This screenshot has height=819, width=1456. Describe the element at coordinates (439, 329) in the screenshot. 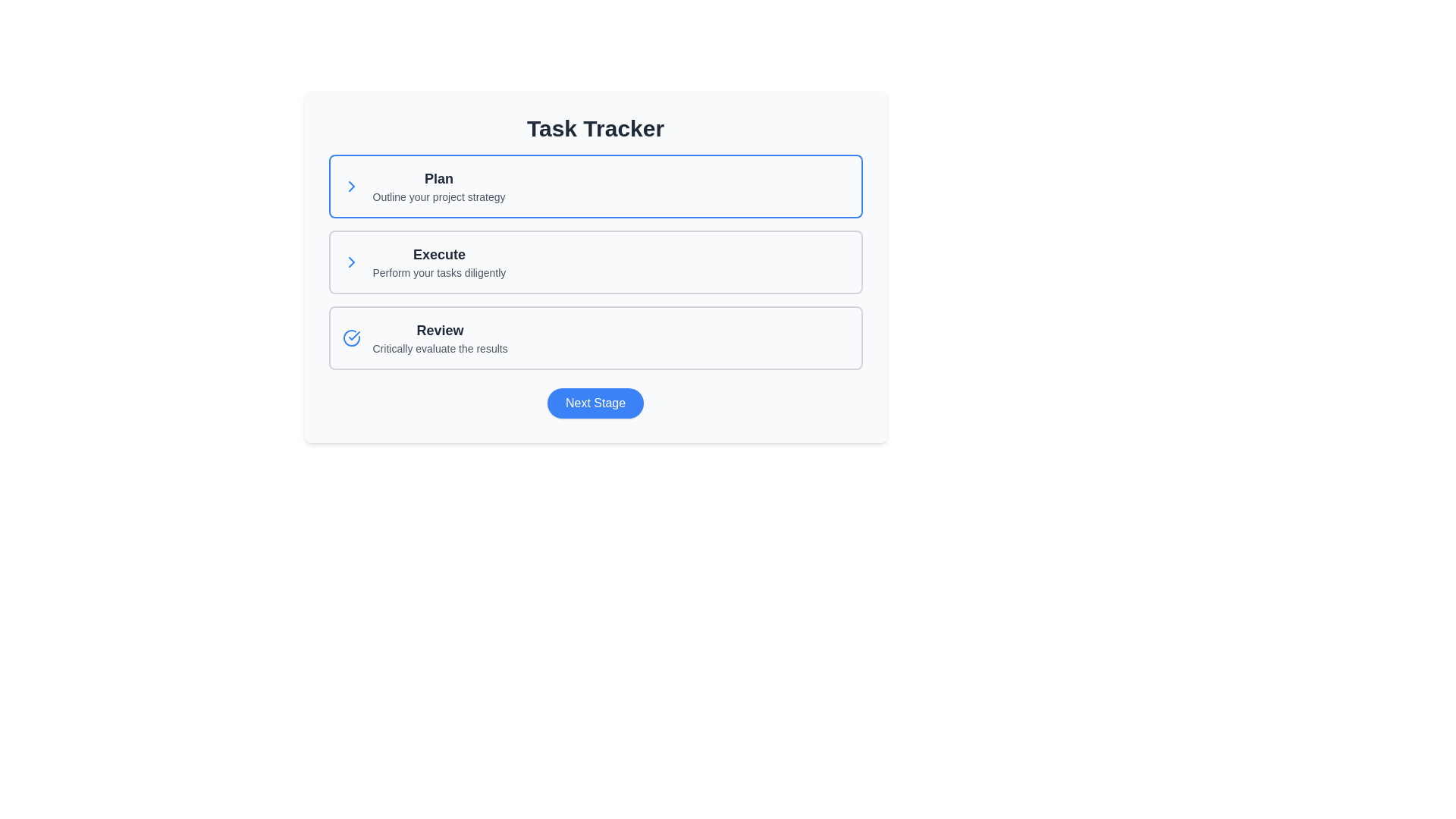

I see `the Text Label that serves as a title or heading for the section, located in the lower part of the layout, under the sections labelled 'Plan' and 'Execute'` at that location.